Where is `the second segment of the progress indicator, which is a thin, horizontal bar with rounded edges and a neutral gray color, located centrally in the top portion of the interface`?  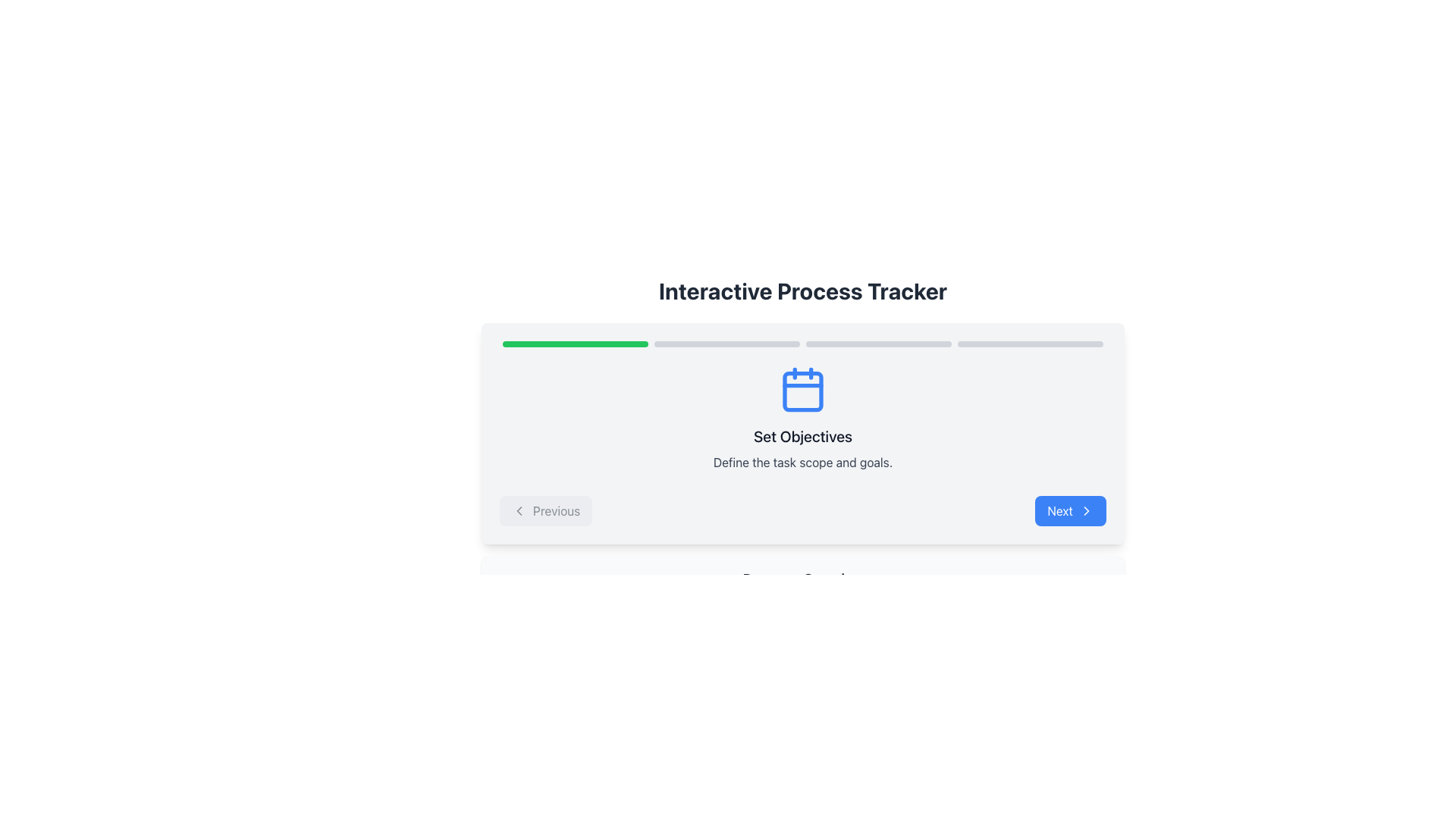
the second segment of the progress indicator, which is a thin, horizontal bar with rounded edges and a neutral gray color, located centrally in the top portion of the interface is located at coordinates (726, 344).